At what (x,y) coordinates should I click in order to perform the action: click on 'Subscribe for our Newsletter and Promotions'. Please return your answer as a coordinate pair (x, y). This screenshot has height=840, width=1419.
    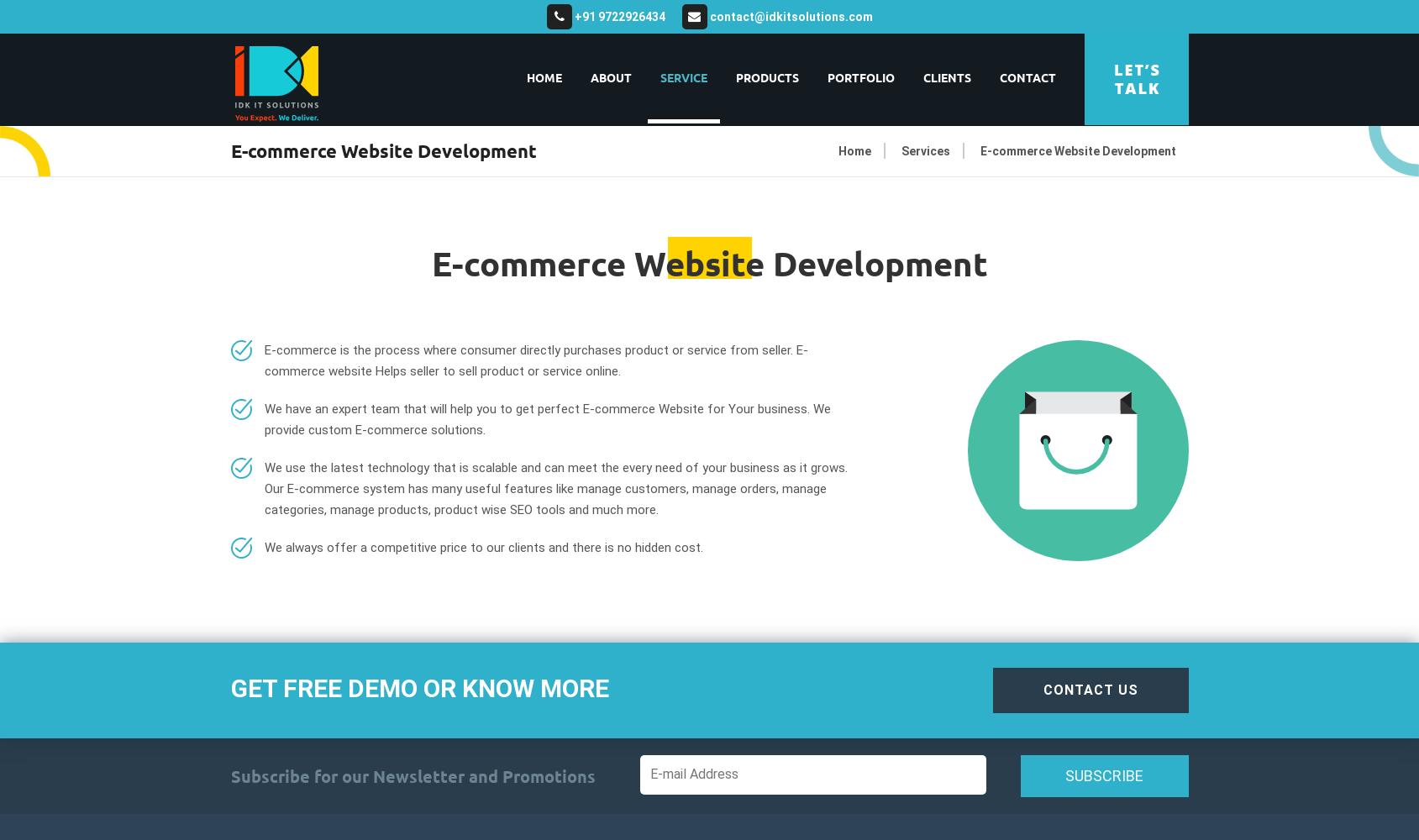
    Looking at the image, I should click on (412, 776).